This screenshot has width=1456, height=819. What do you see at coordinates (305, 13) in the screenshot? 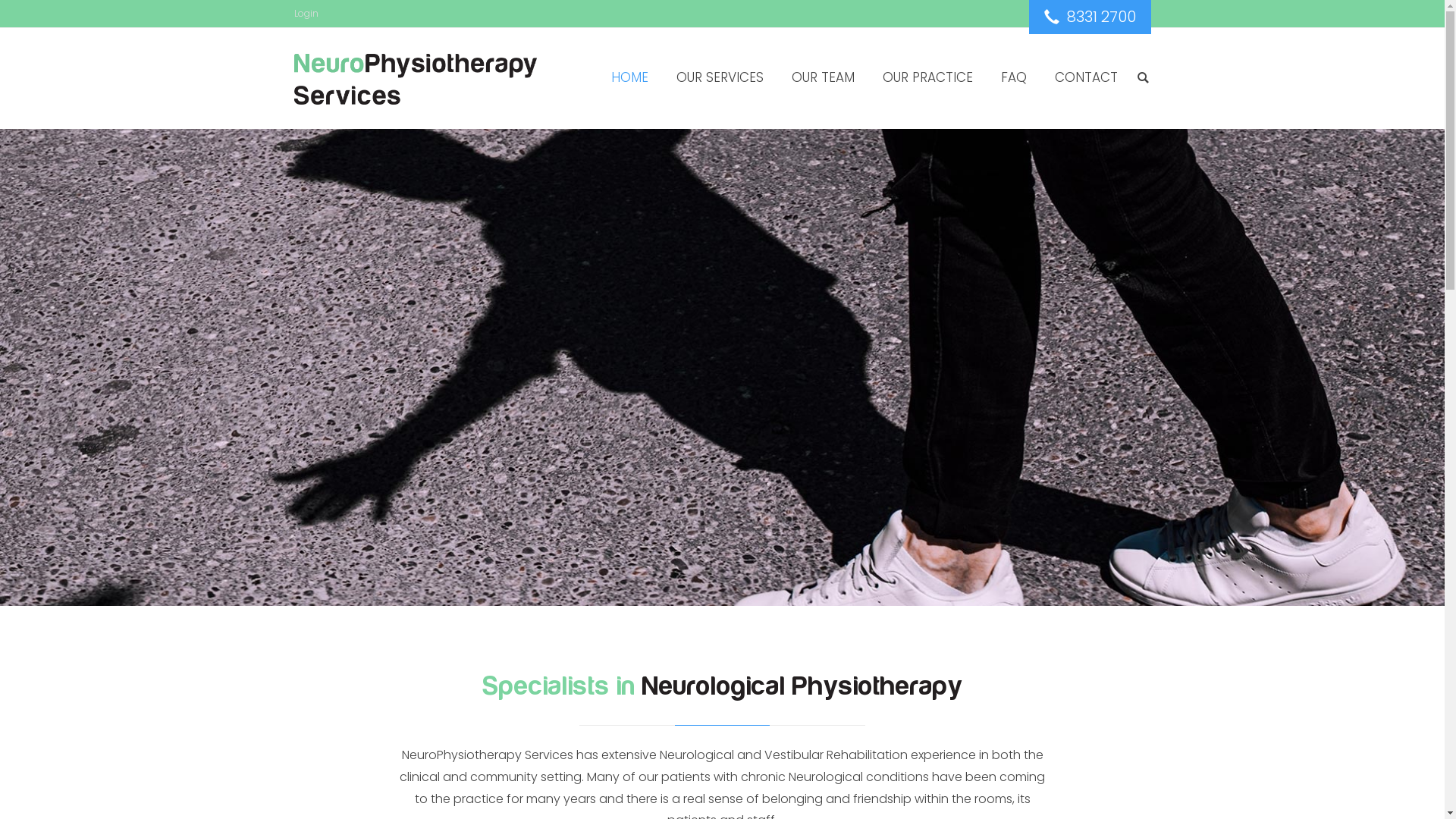
I see `'Login'` at bounding box center [305, 13].